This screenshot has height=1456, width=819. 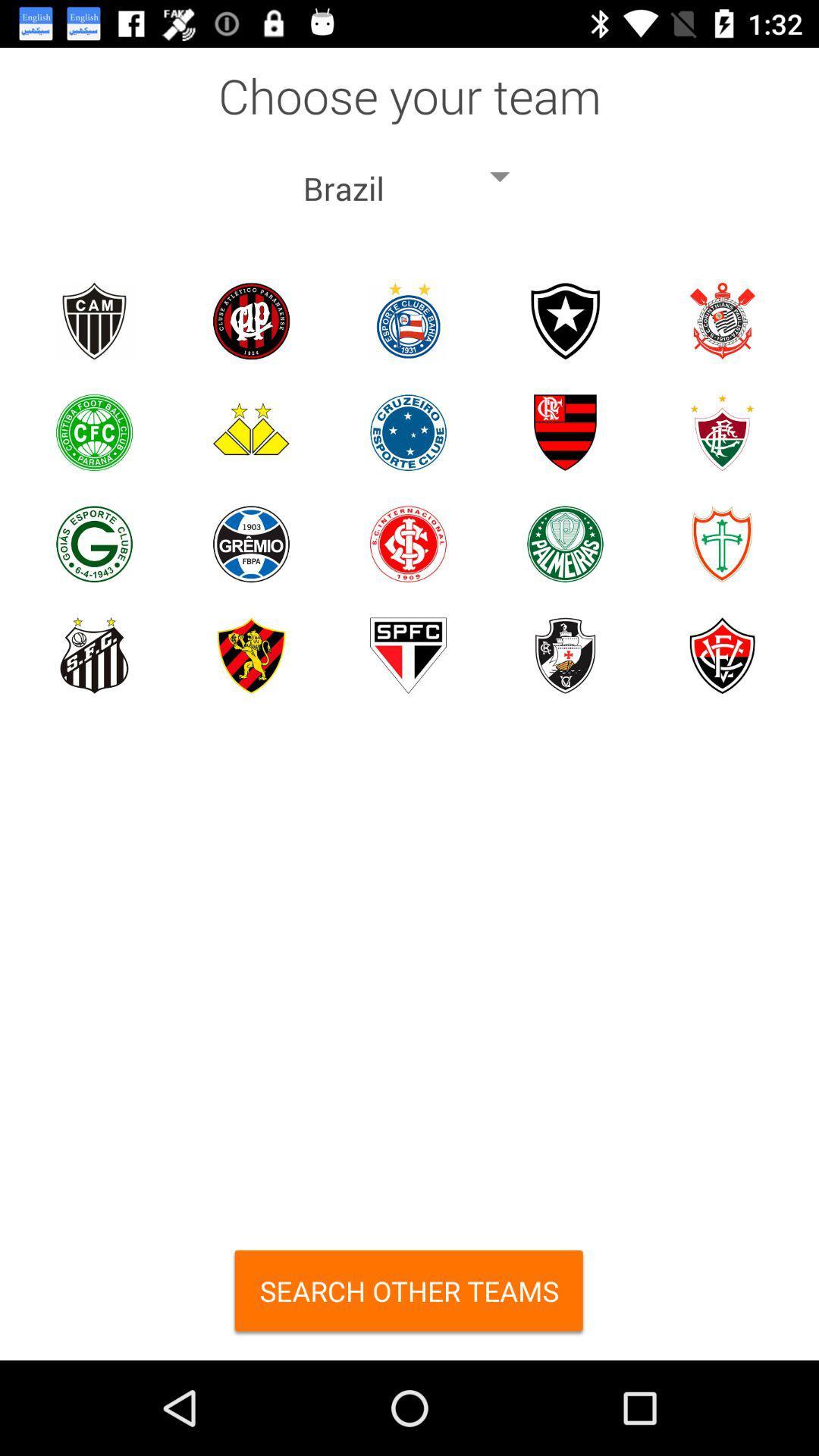 I want to click on the logo which is beside goias esporte, so click(x=250, y=544).